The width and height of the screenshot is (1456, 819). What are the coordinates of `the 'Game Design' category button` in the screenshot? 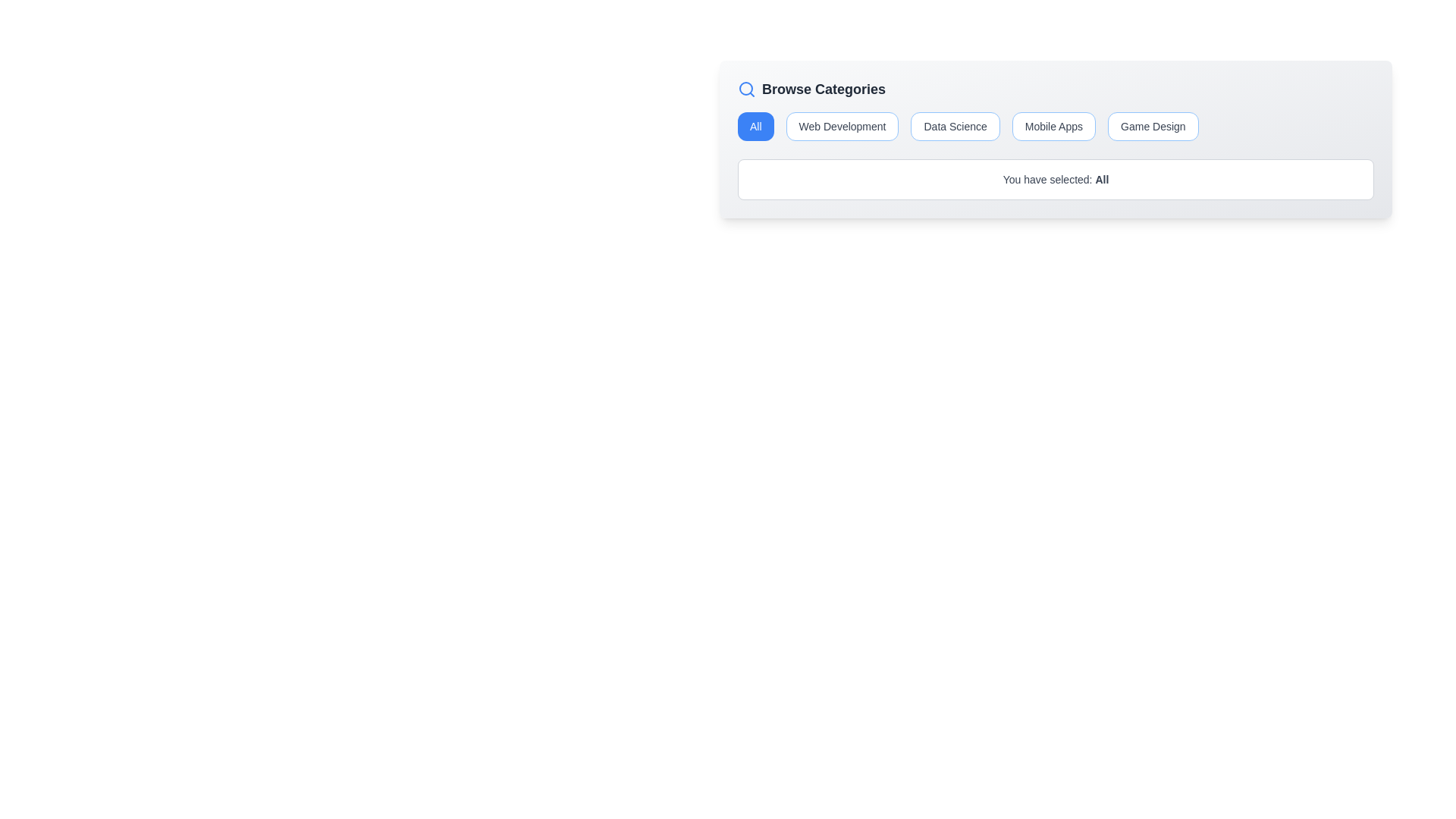 It's located at (1153, 125).